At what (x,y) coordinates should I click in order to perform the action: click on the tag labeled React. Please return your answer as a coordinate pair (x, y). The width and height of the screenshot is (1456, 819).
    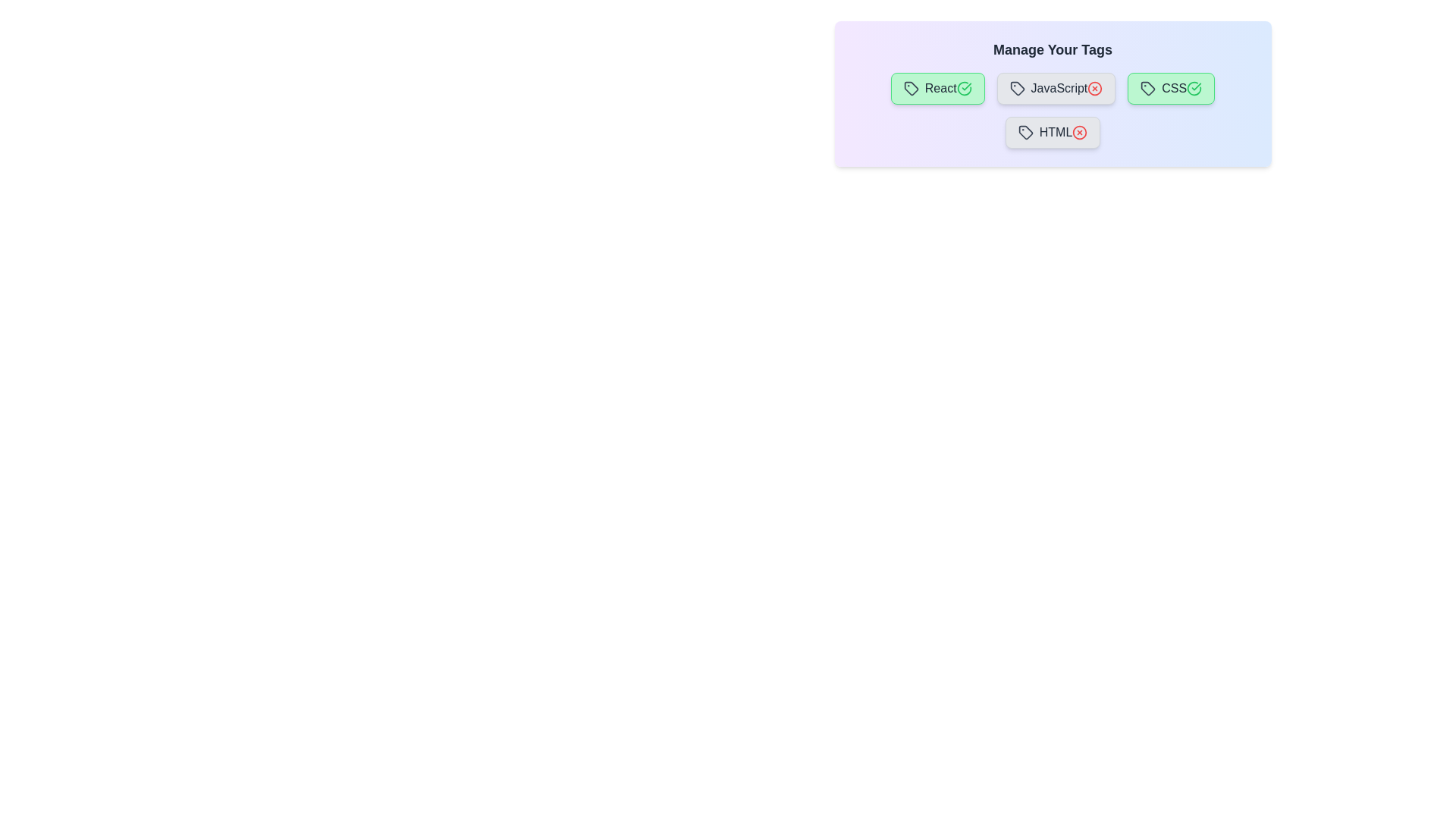
    Looking at the image, I should click on (937, 88).